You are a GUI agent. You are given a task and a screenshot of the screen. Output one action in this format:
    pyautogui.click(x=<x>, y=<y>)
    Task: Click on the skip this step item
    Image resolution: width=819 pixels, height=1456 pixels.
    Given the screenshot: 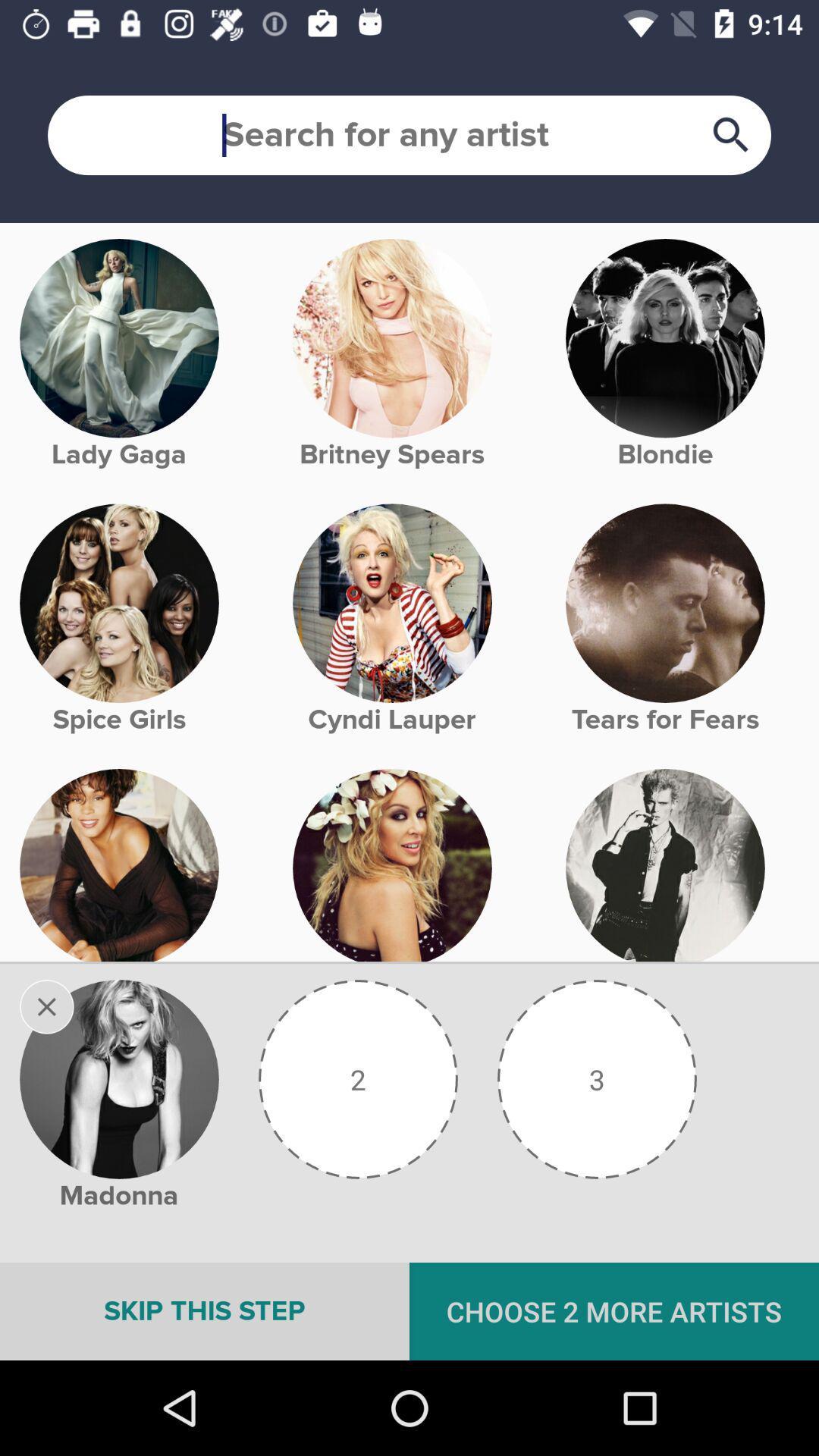 What is the action you would take?
    pyautogui.click(x=205, y=1310)
    